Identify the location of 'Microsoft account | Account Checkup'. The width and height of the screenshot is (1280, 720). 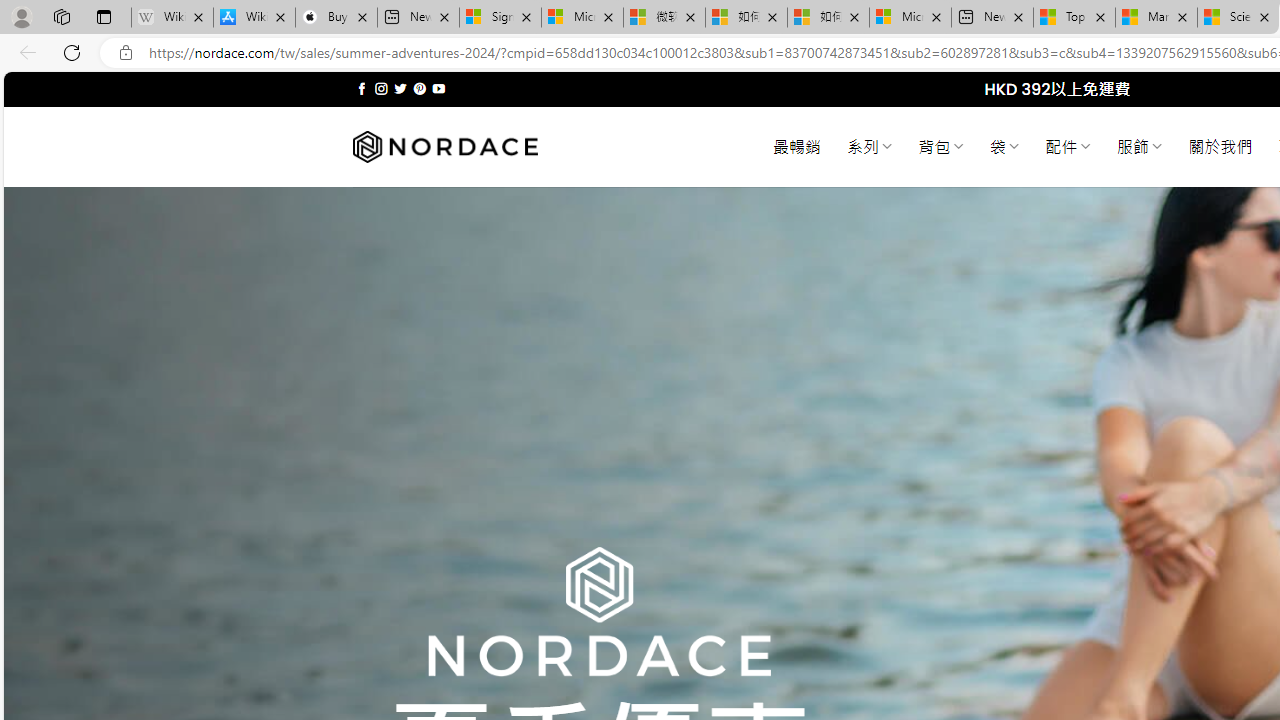
(909, 17).